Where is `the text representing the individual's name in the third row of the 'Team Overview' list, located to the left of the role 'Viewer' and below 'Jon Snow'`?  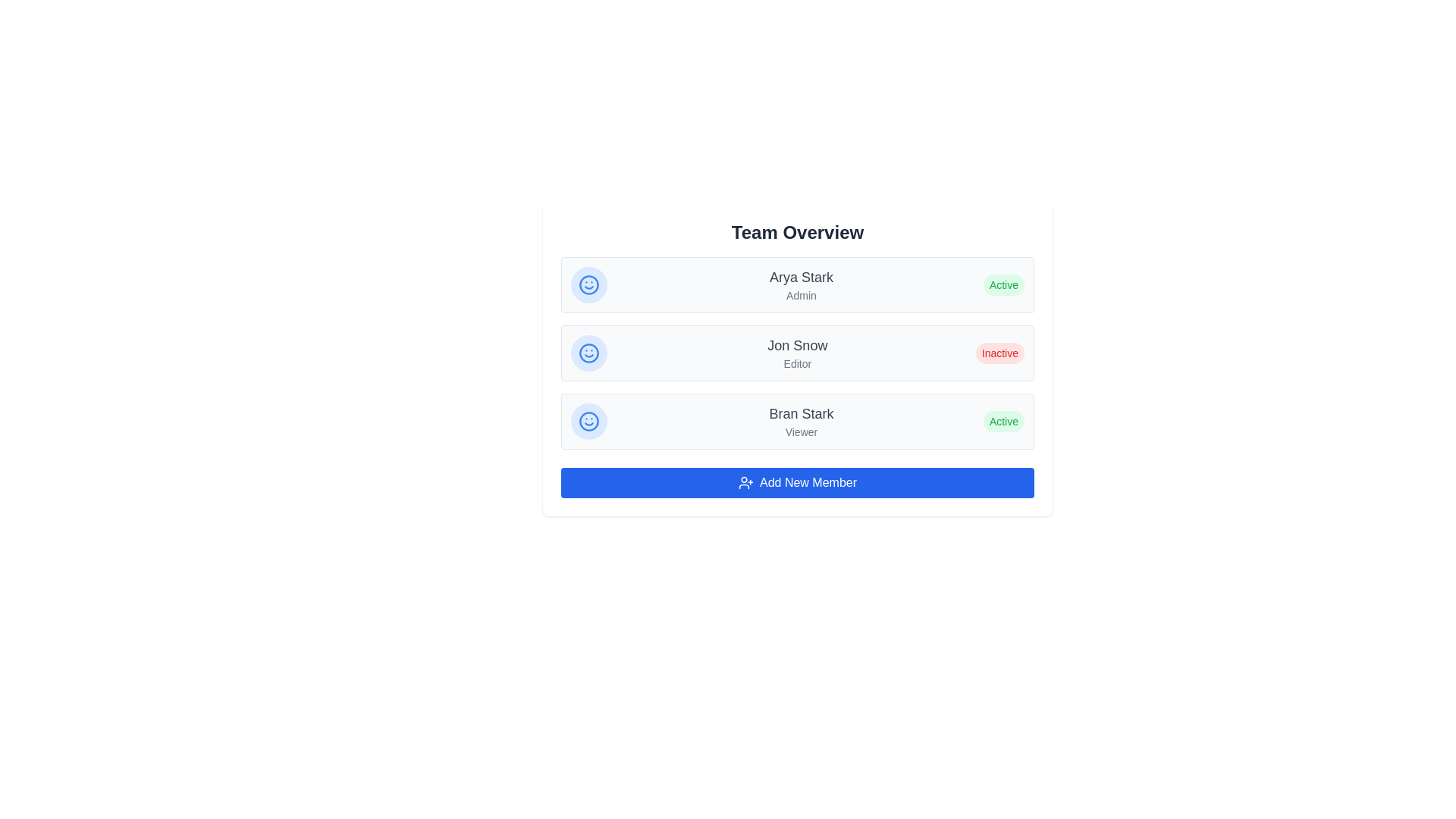
the text representing the individual's name in the third row of the 'Team Overview' list, located to the left of the role 'Viewer' and below 'Jon Snow' is located at coordinates (800, 414).